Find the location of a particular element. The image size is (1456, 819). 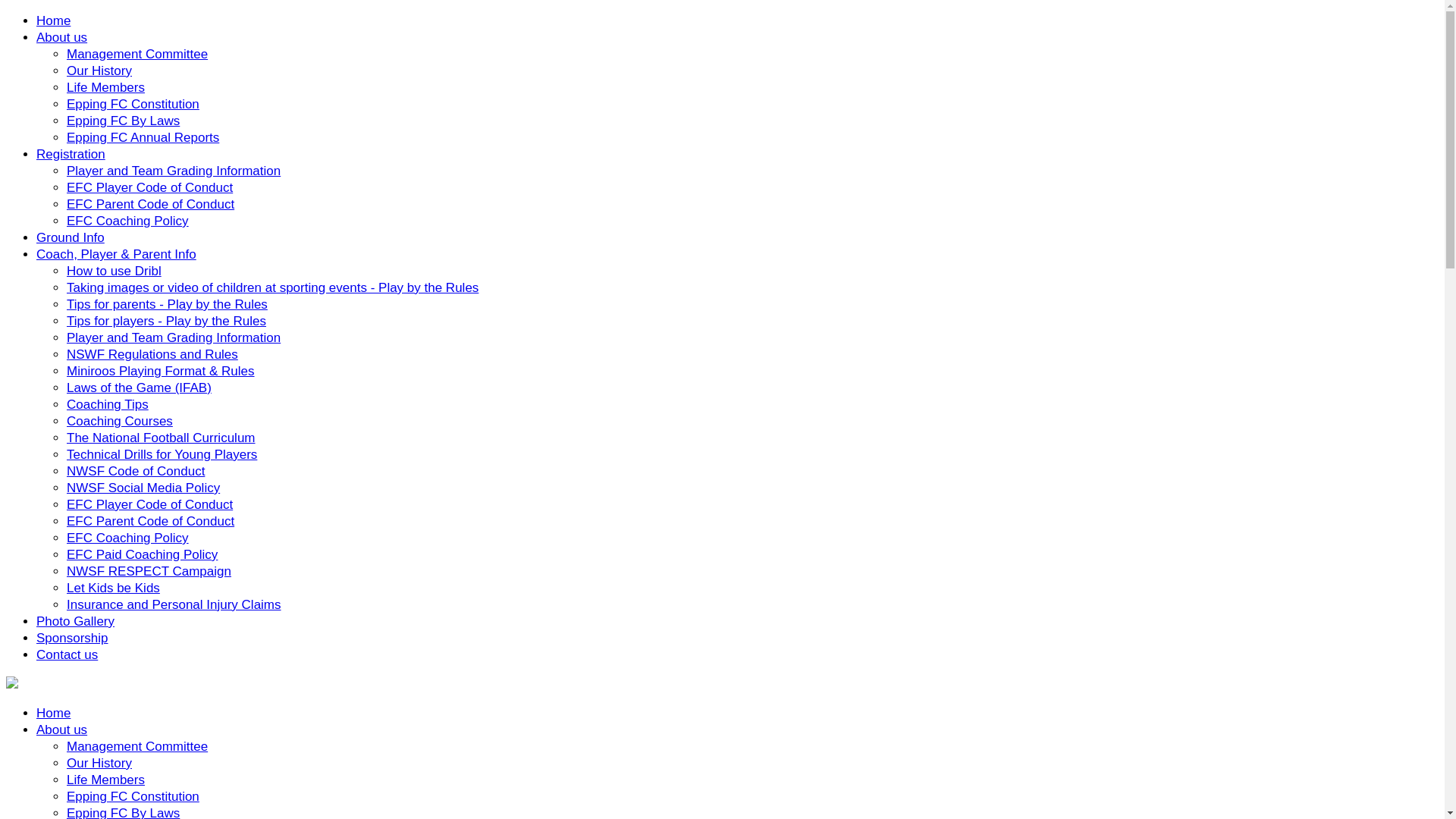

'About us' is located at coordinates (36, 729).